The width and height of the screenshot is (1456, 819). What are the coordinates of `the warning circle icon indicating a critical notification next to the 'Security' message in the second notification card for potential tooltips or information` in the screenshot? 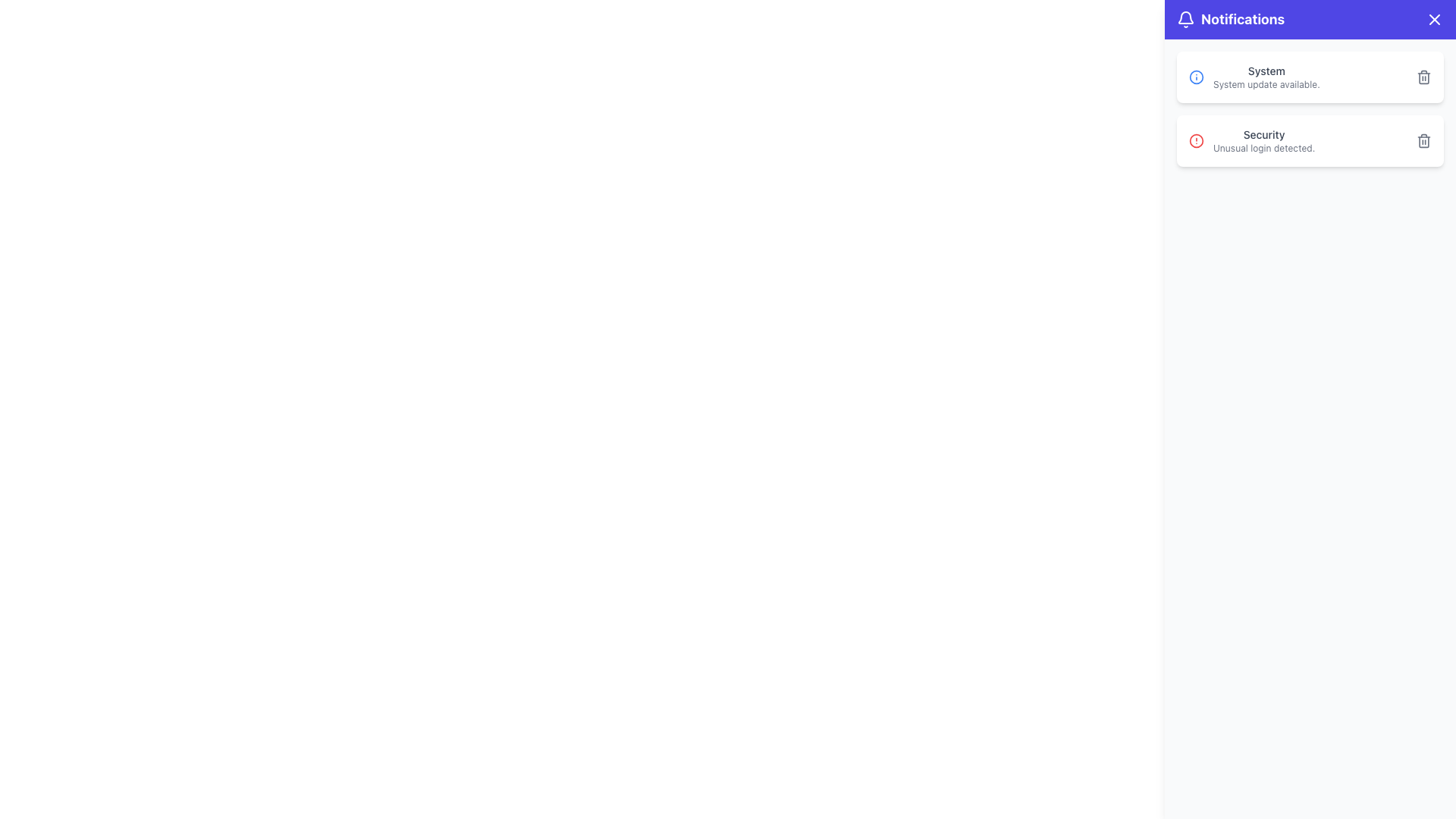 It's located at (1196, 140).